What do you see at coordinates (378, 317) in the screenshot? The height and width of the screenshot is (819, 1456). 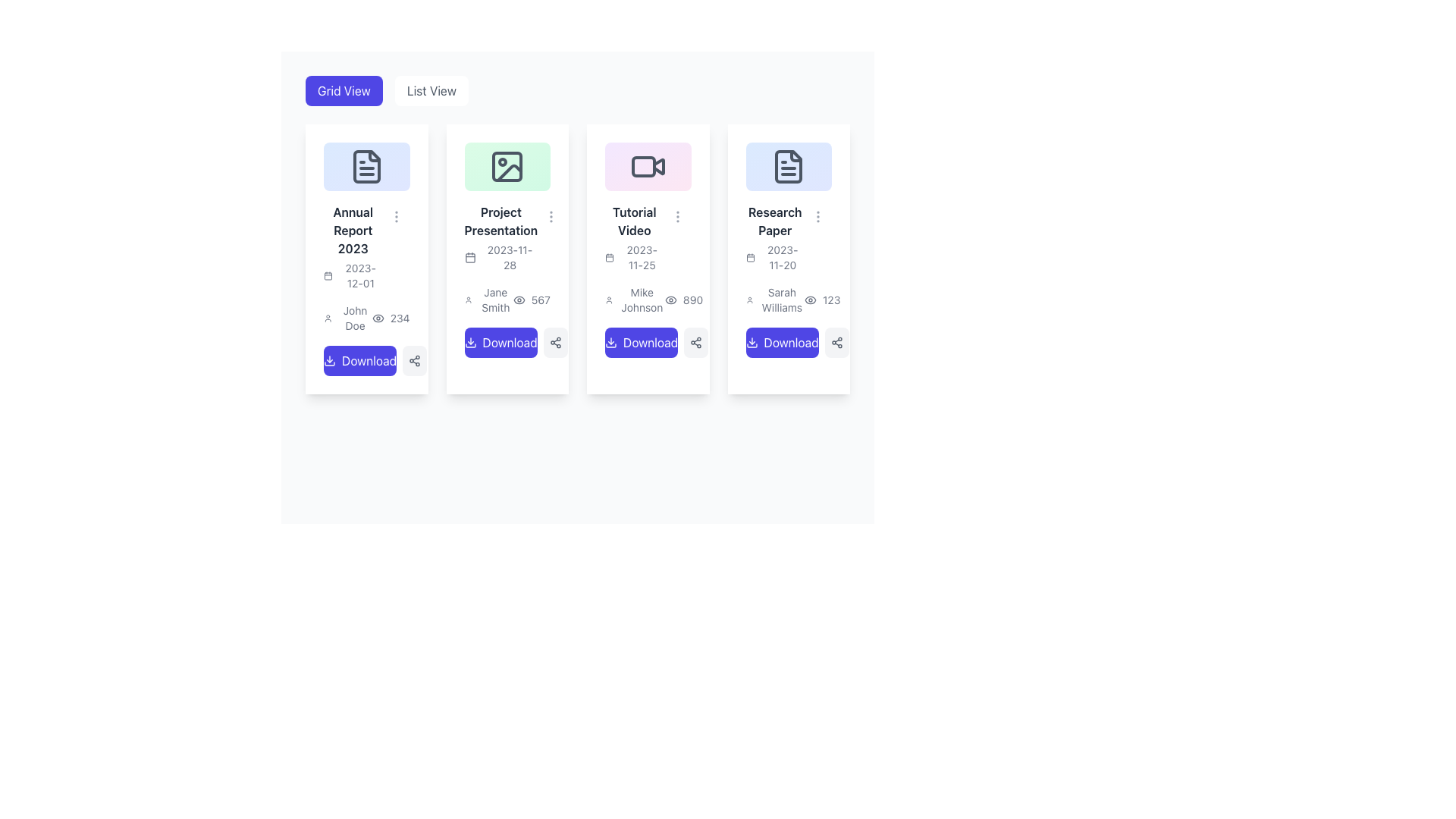 I see `the SVG icon located beneath the text 'John Doe' and to the left of the number '234' in the card titled 'Annual Report 2023'` at bounding box center [378, 317].